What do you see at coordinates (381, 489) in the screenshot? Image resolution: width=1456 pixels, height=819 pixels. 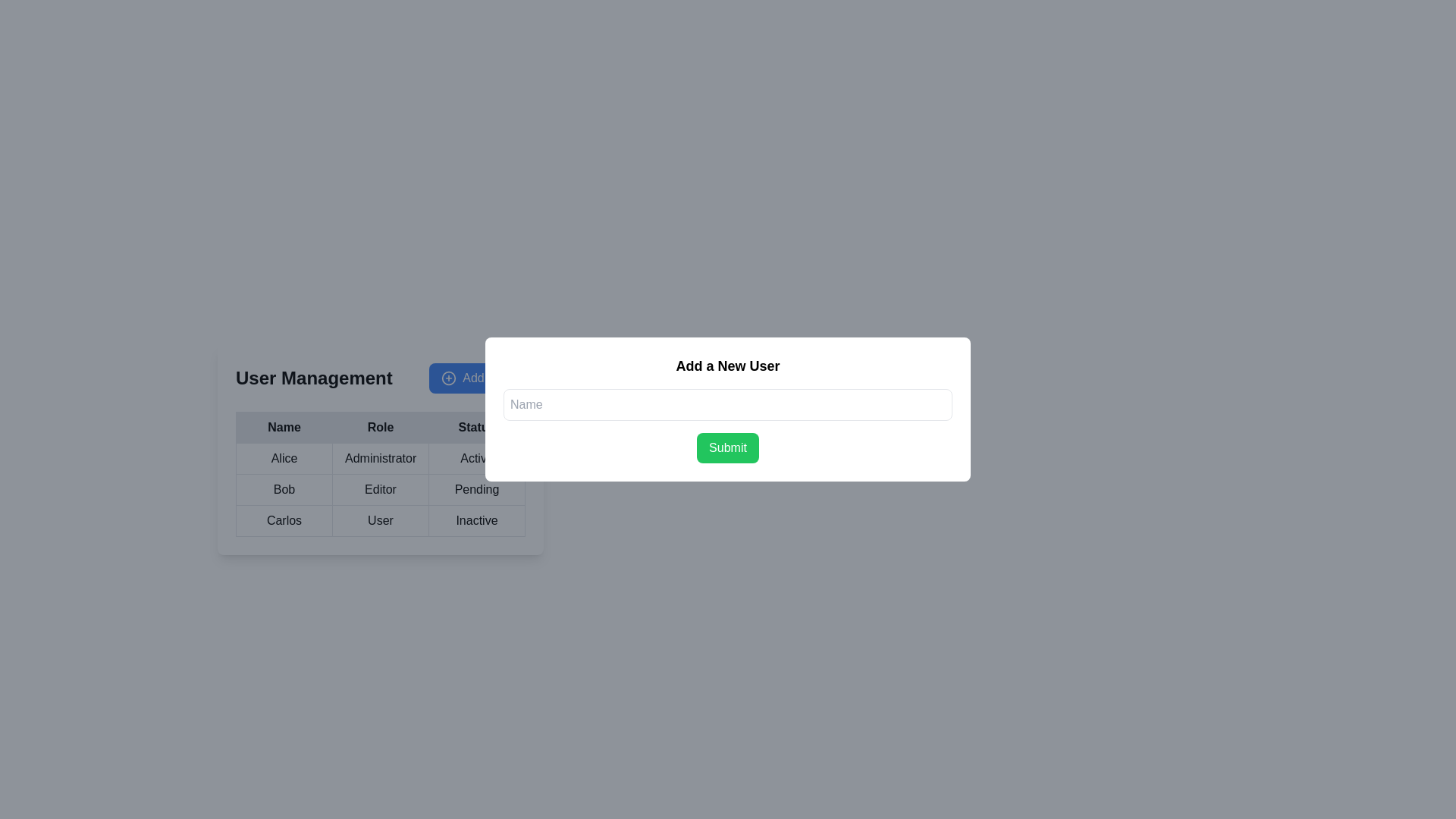 I see `the second row in the 'User Management' table that displays 'Bob', 'Editor', and 'Pending'` at bounding box center [381, 489].